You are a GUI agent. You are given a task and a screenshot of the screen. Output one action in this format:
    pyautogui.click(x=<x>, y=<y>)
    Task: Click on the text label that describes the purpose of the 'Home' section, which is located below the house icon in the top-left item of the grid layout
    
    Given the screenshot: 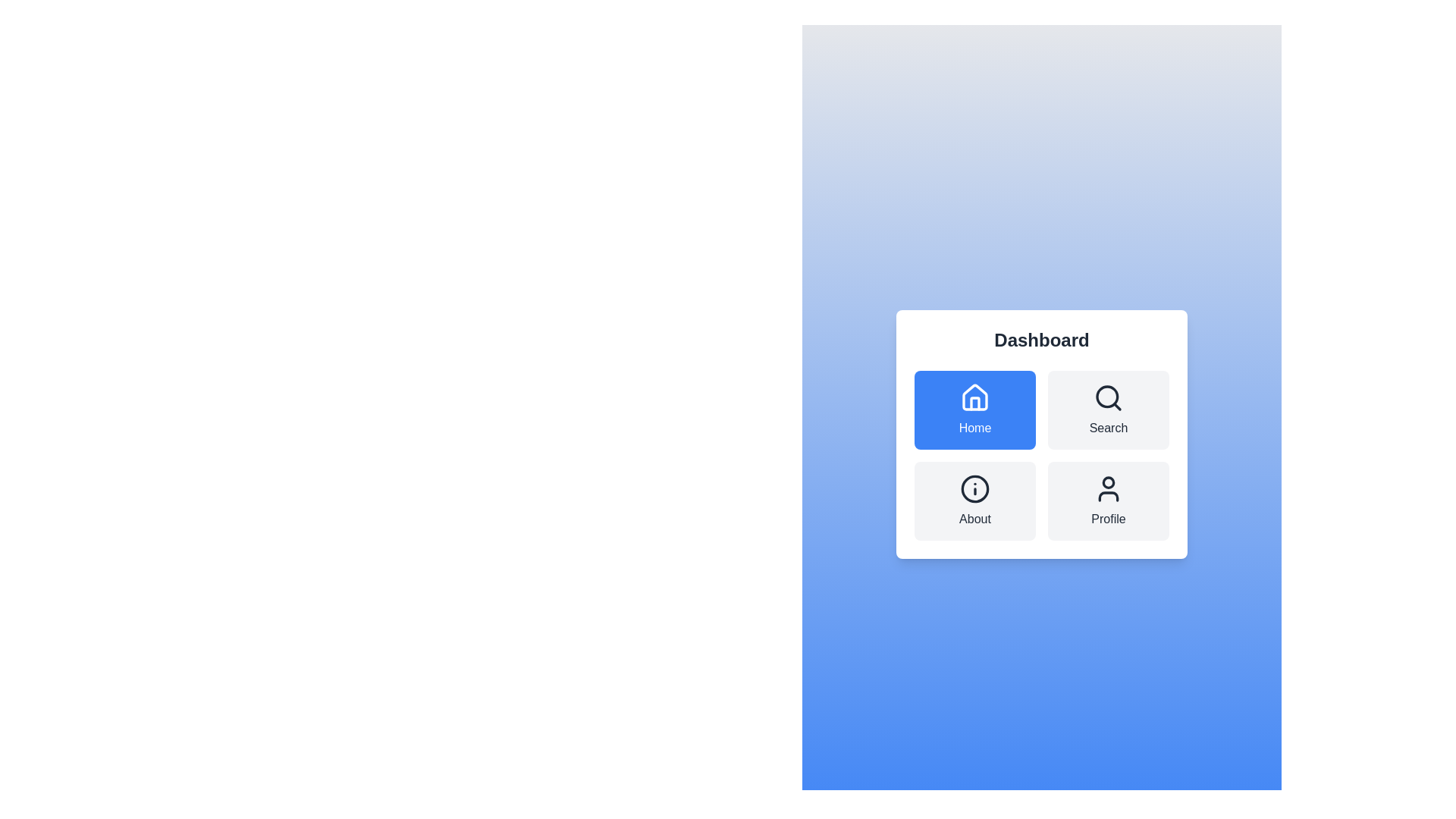 What is the action you would take?
    pyautogui.click(x=975, y=428)
    